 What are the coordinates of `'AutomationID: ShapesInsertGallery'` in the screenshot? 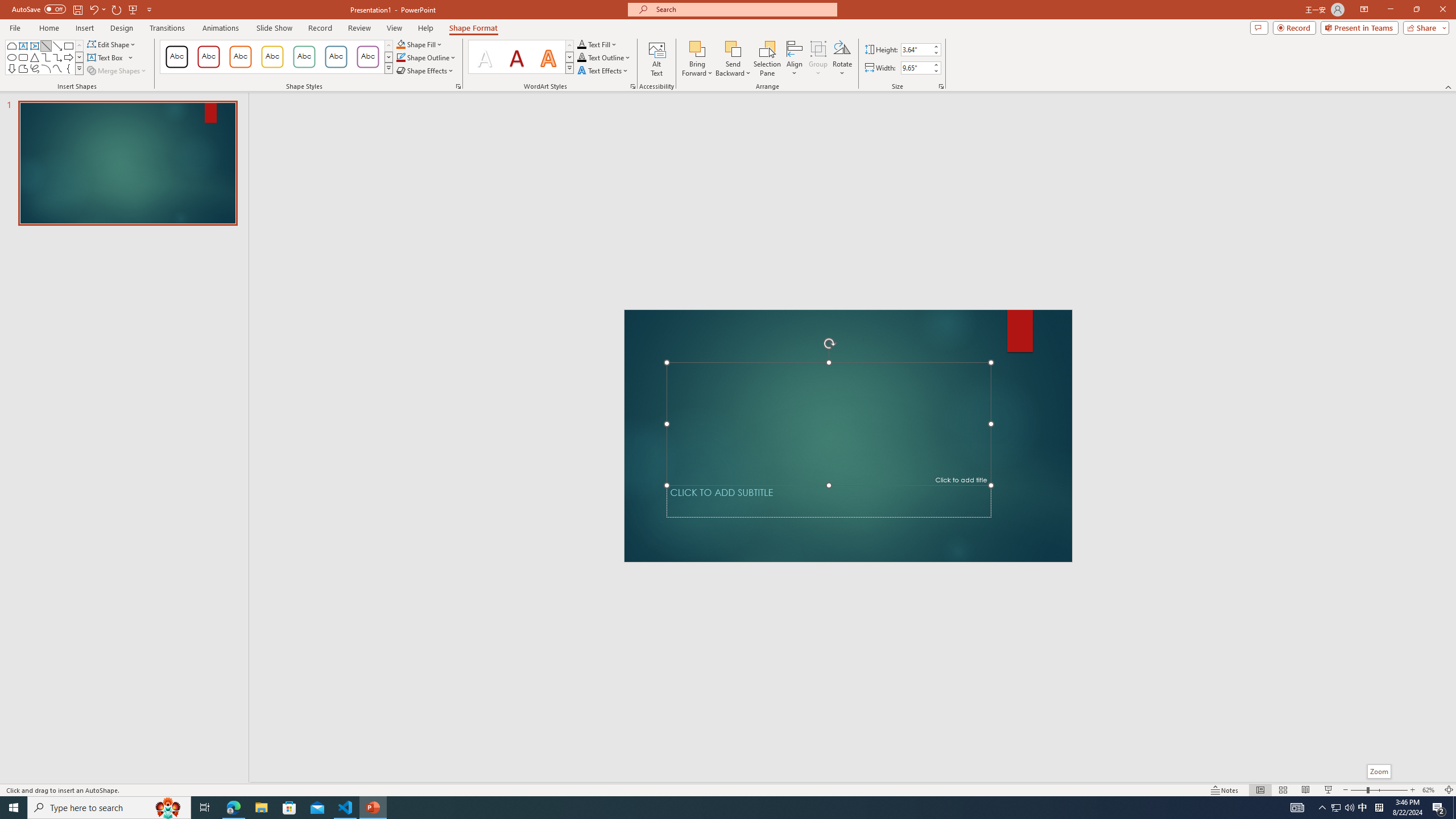 It's located at (44, 57).